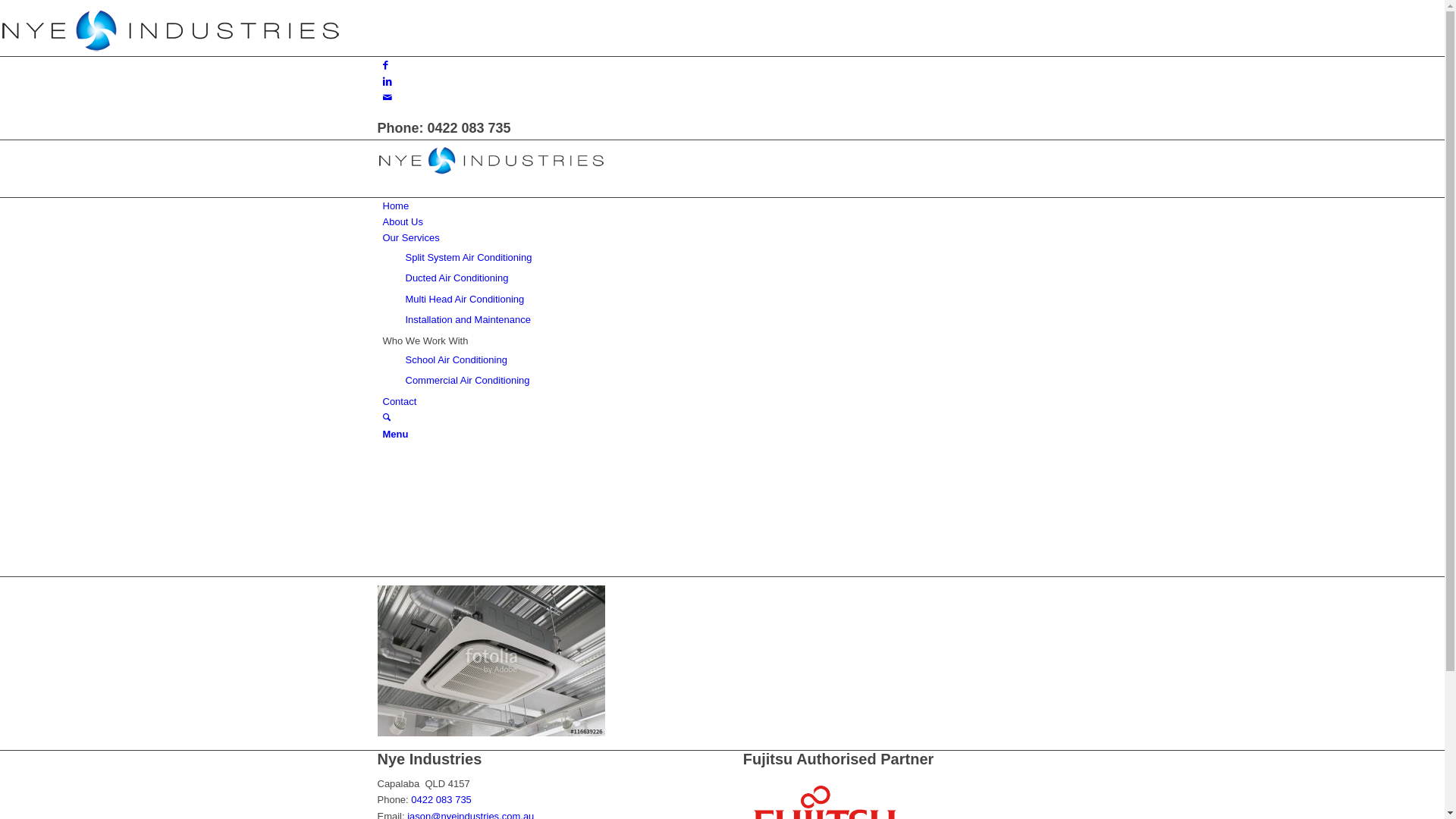 This screenshot has height=819, width=1456. What do you see at coordinates (425, 340) in the screenshot?
I see `'Who We Work With'` at bounding box center [425, 340].